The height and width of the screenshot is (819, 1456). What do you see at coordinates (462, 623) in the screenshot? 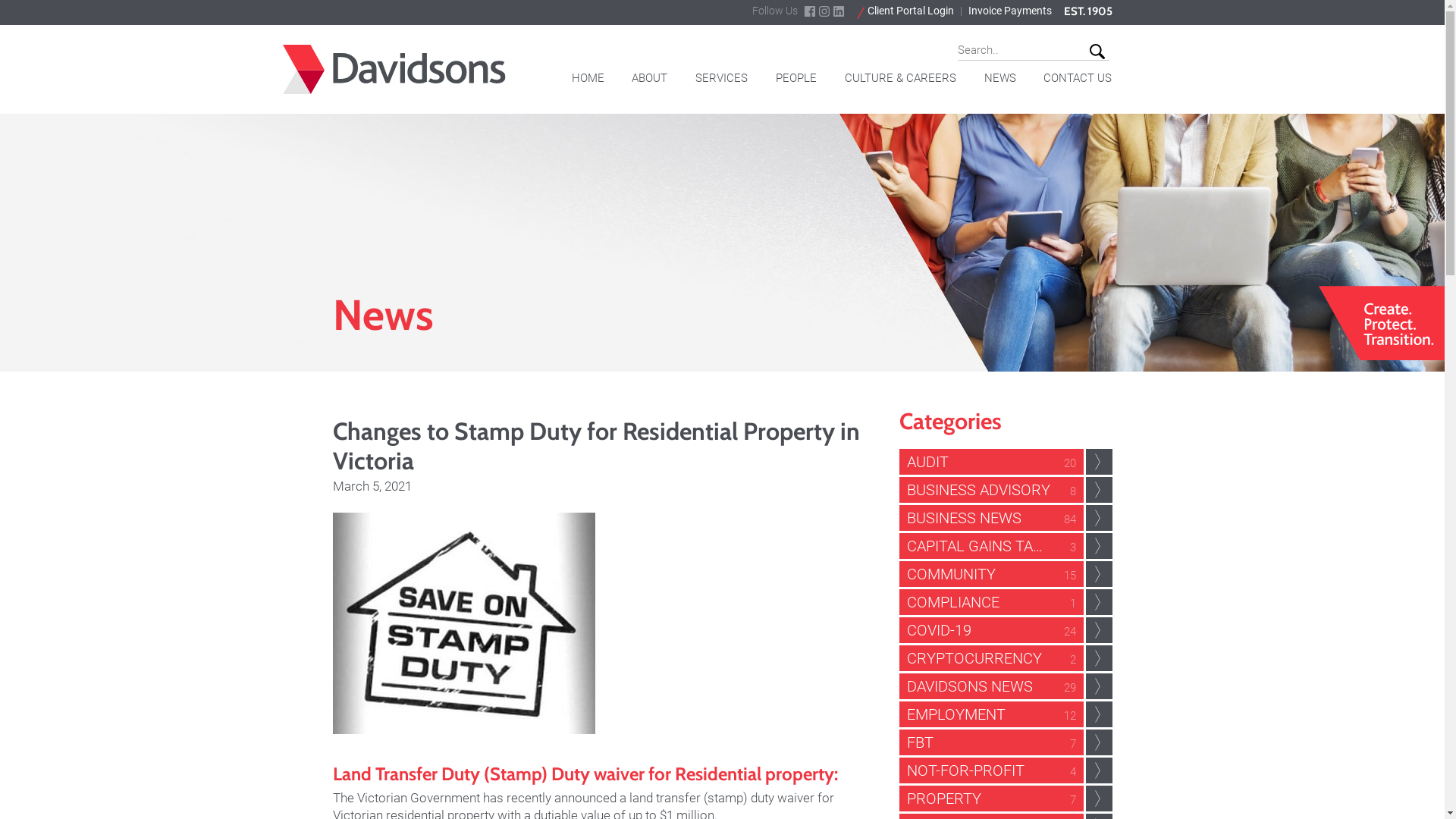
I see `'Changes to Stamp Duty for Residential Property in Victoria'` at bounding box center [462, 623].